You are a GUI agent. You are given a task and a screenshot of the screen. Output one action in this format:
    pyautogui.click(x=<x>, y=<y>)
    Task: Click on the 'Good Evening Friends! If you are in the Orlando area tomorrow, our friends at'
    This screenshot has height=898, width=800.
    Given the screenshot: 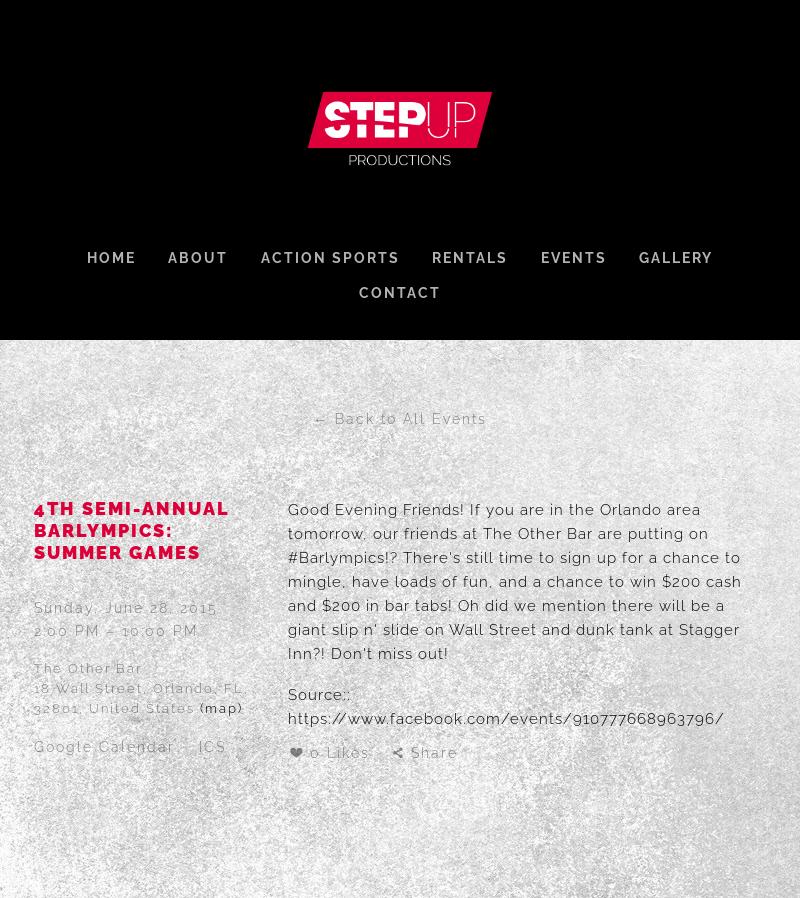 What is the action you would take?
    pyautogui.click(x=493, y=521)
    